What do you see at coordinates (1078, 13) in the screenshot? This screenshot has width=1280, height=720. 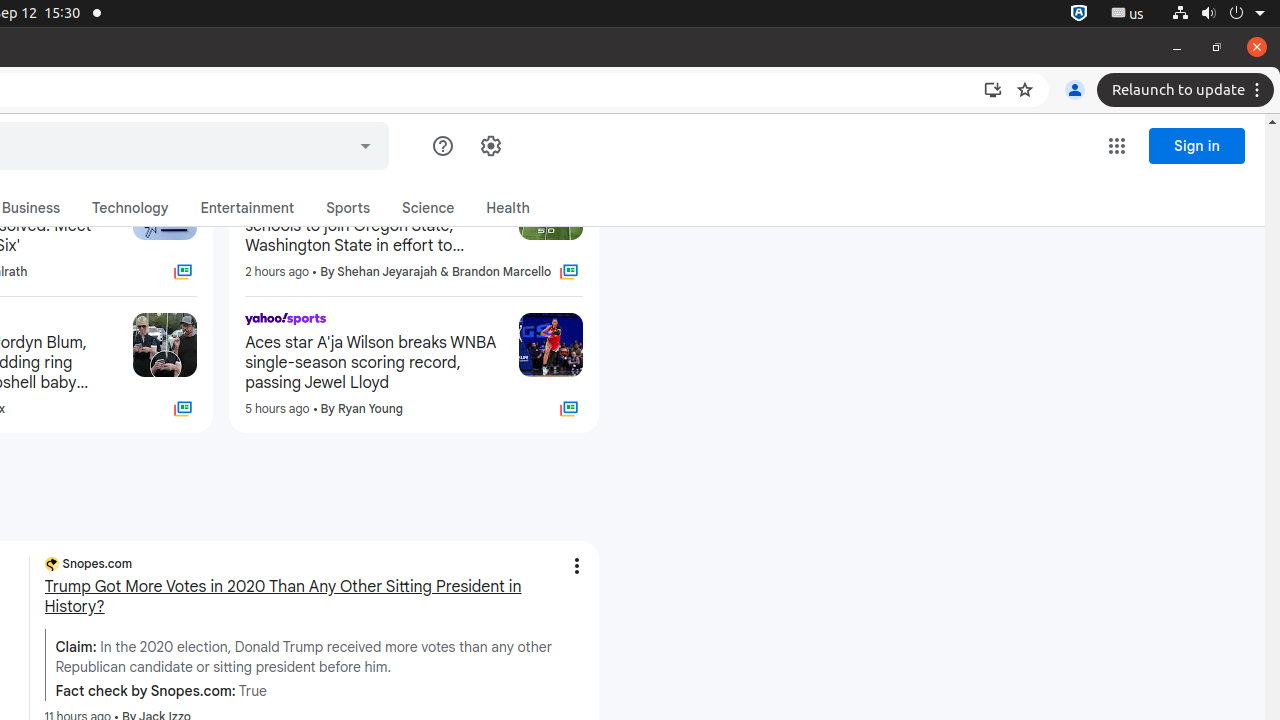 I see `':1.72/StatusNotifierItem'` at bounding box center [1078, 13].